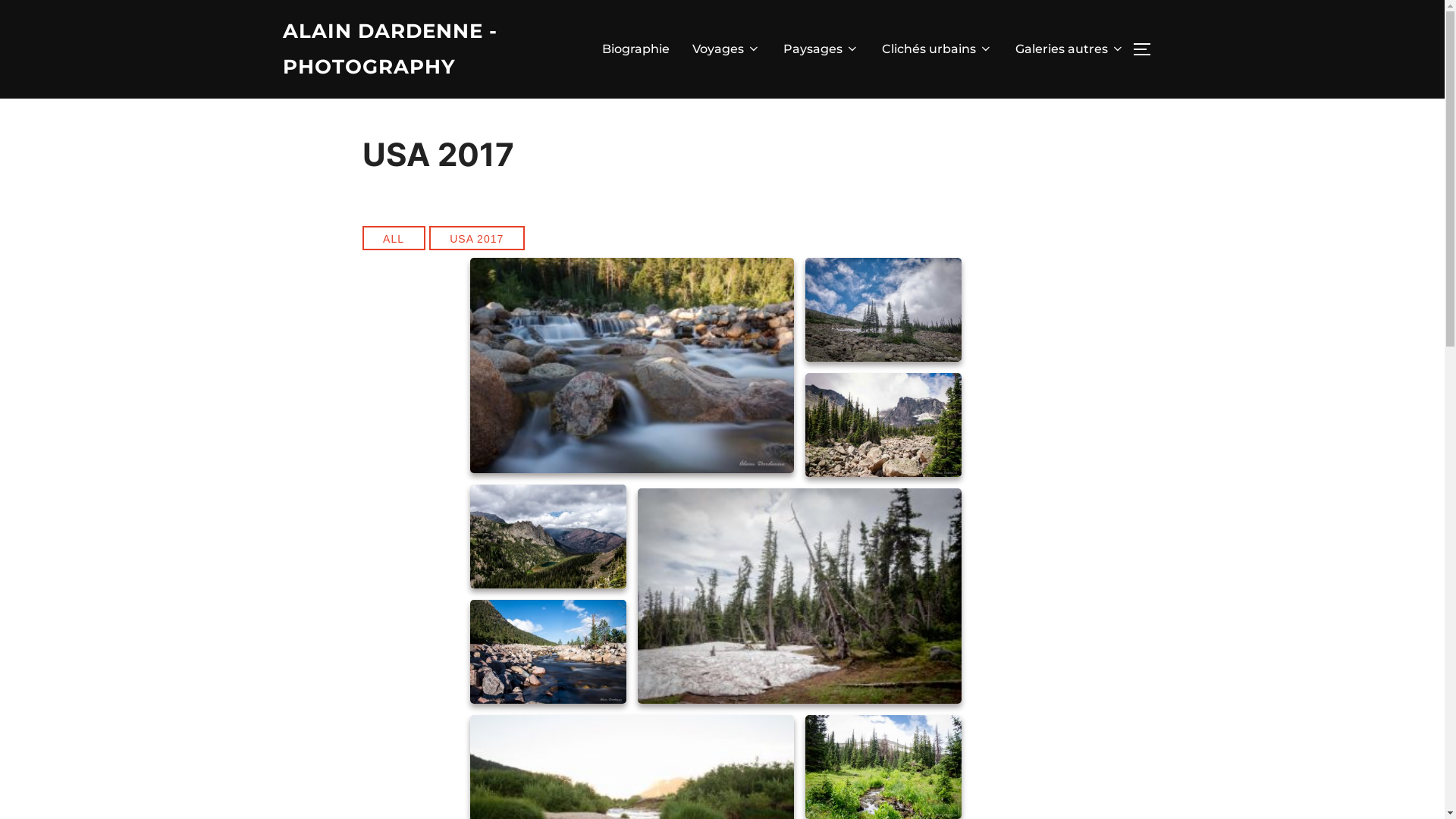  I want to click on 'Voyages', so click(724, 49).